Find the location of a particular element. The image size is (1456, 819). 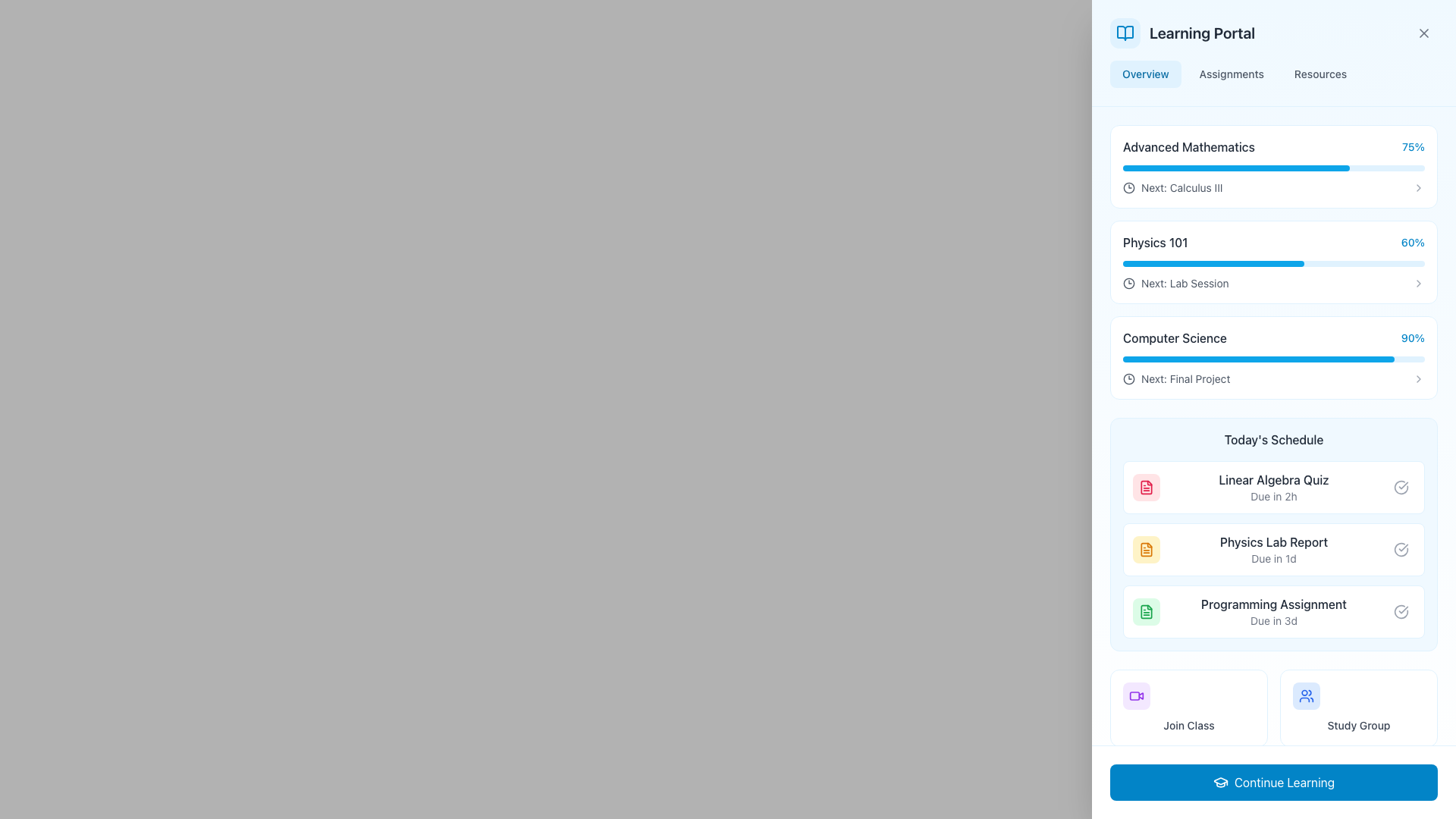

the Progress bar that visually represents the user's completion ratio in the 'Computer Science' module, centrally positioned between 'Physics 101' and 'Today's Schedule' is located at coordinates (1259, 359).